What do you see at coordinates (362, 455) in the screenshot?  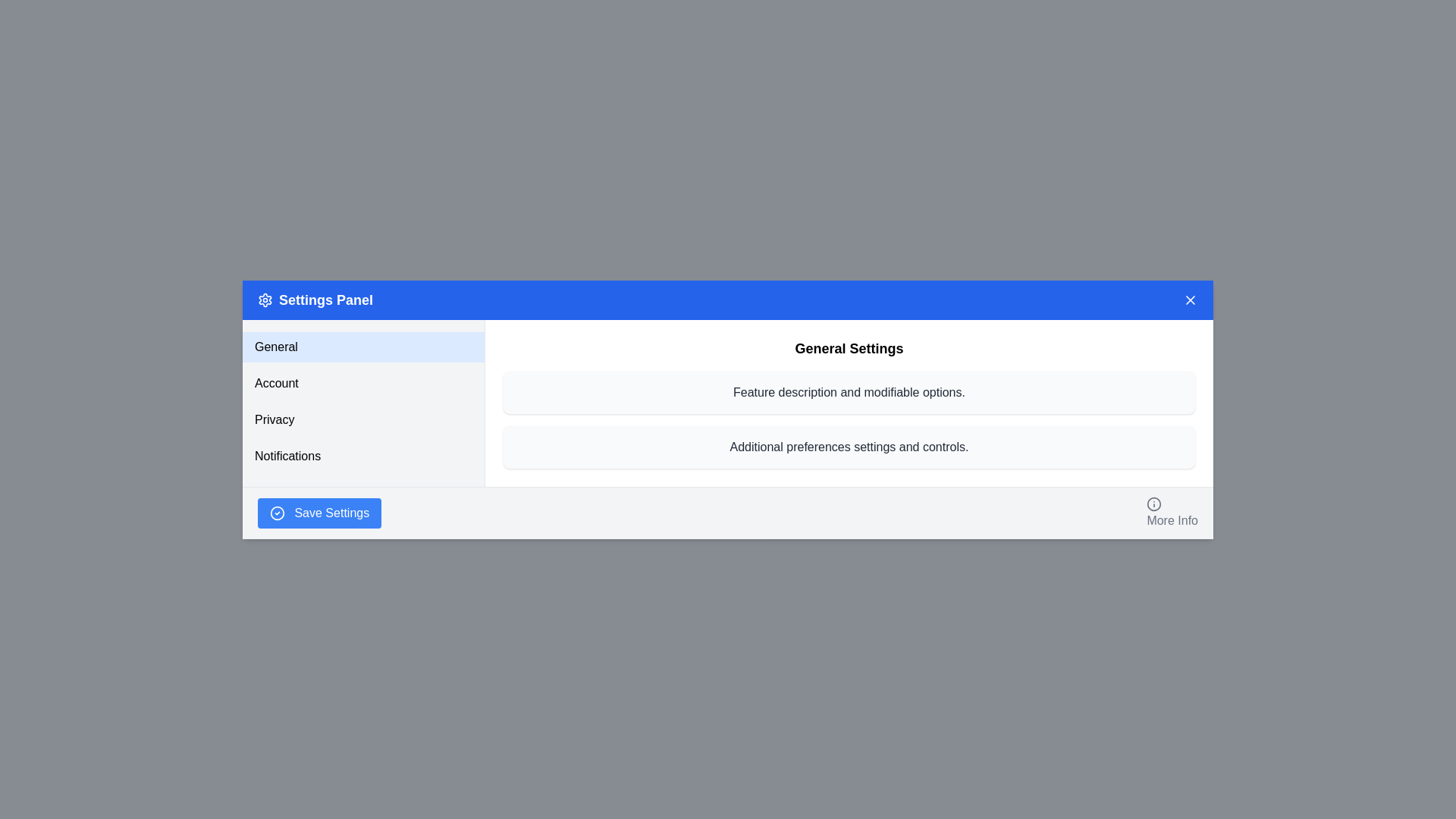 I see `the fourth button in the vertically stacked menu on the left side of the main settings panel to trigger a visual effect` at bounding box center [362, 455].